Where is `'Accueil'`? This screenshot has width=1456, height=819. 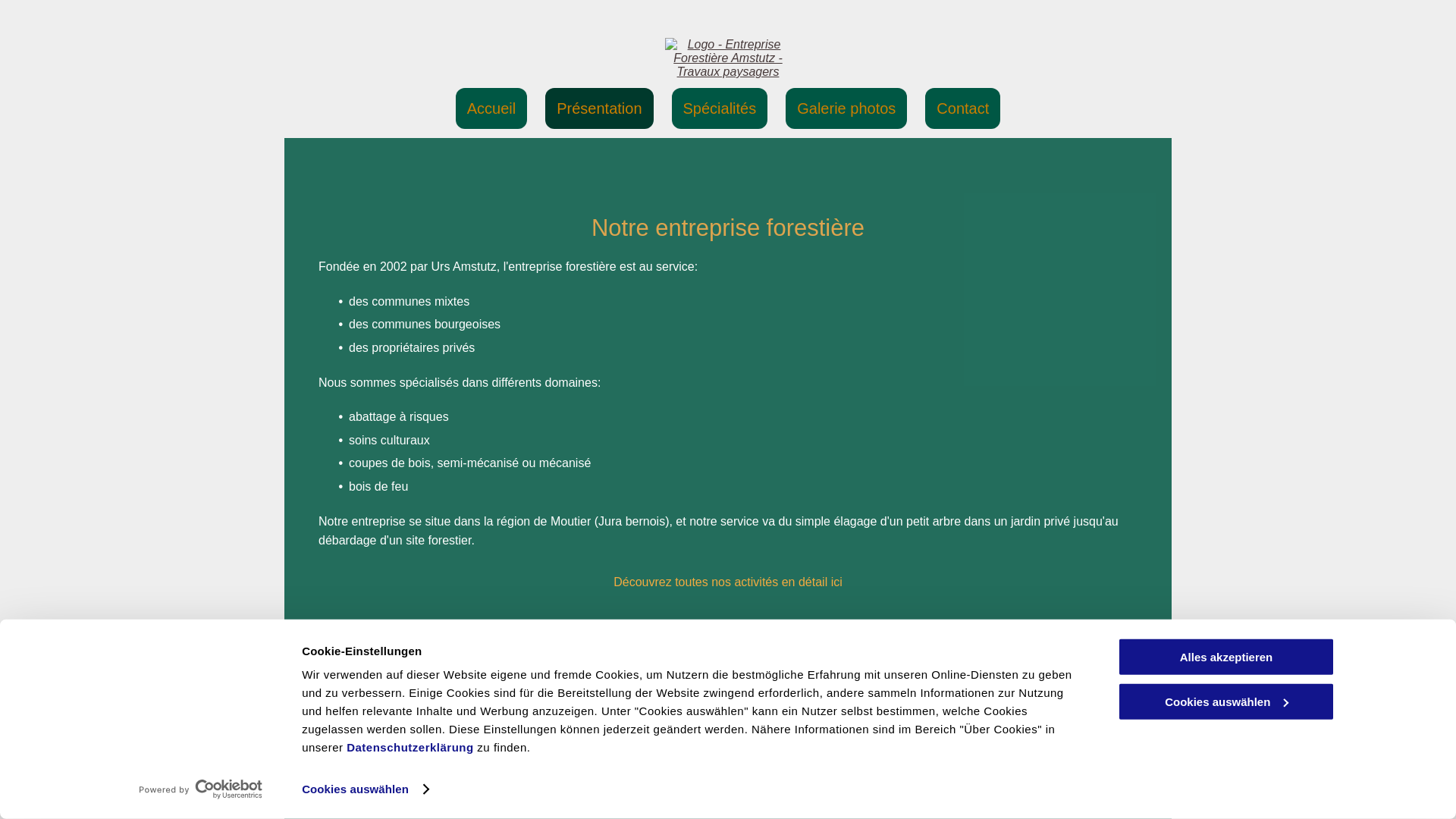
'Accueil' is located at coordinates (491, 107).